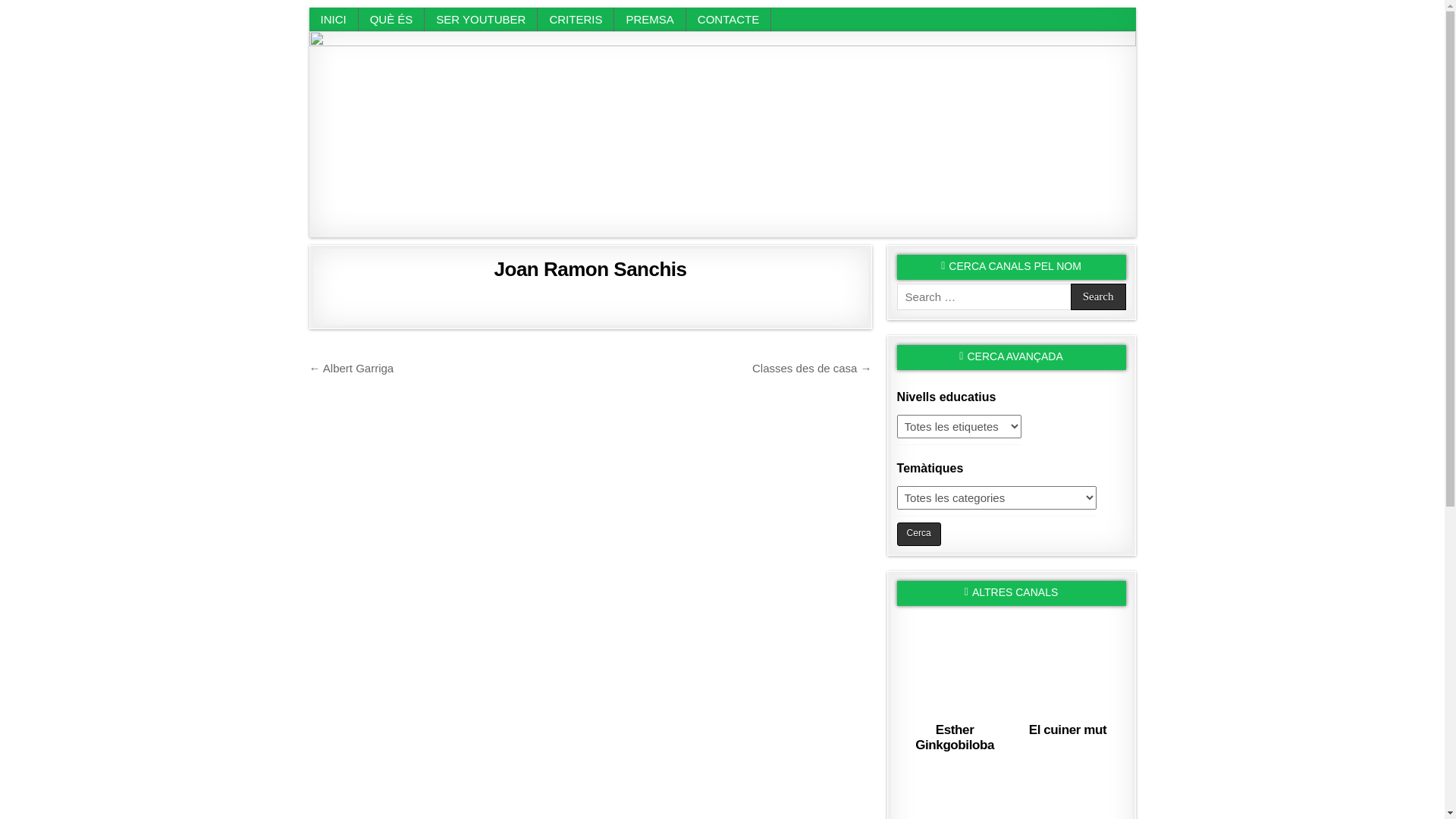 The image size is (1456, 819). What do you see at coordinates (728, 19) in the screenshot?
I see `'CONTACTE'` at bounding box center [728, 19].